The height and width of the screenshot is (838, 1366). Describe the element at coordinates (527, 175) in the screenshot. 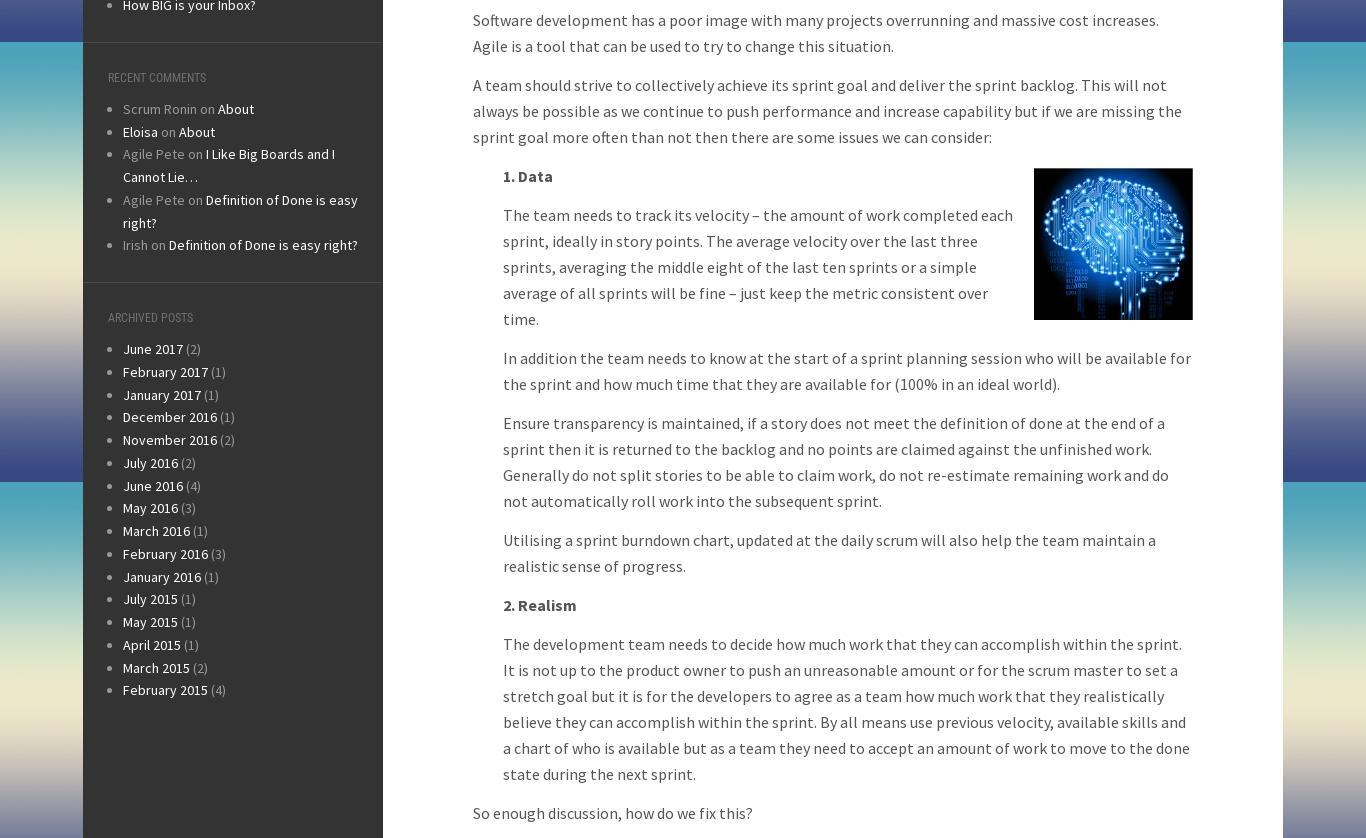

I see `'1. Data'` at that location.